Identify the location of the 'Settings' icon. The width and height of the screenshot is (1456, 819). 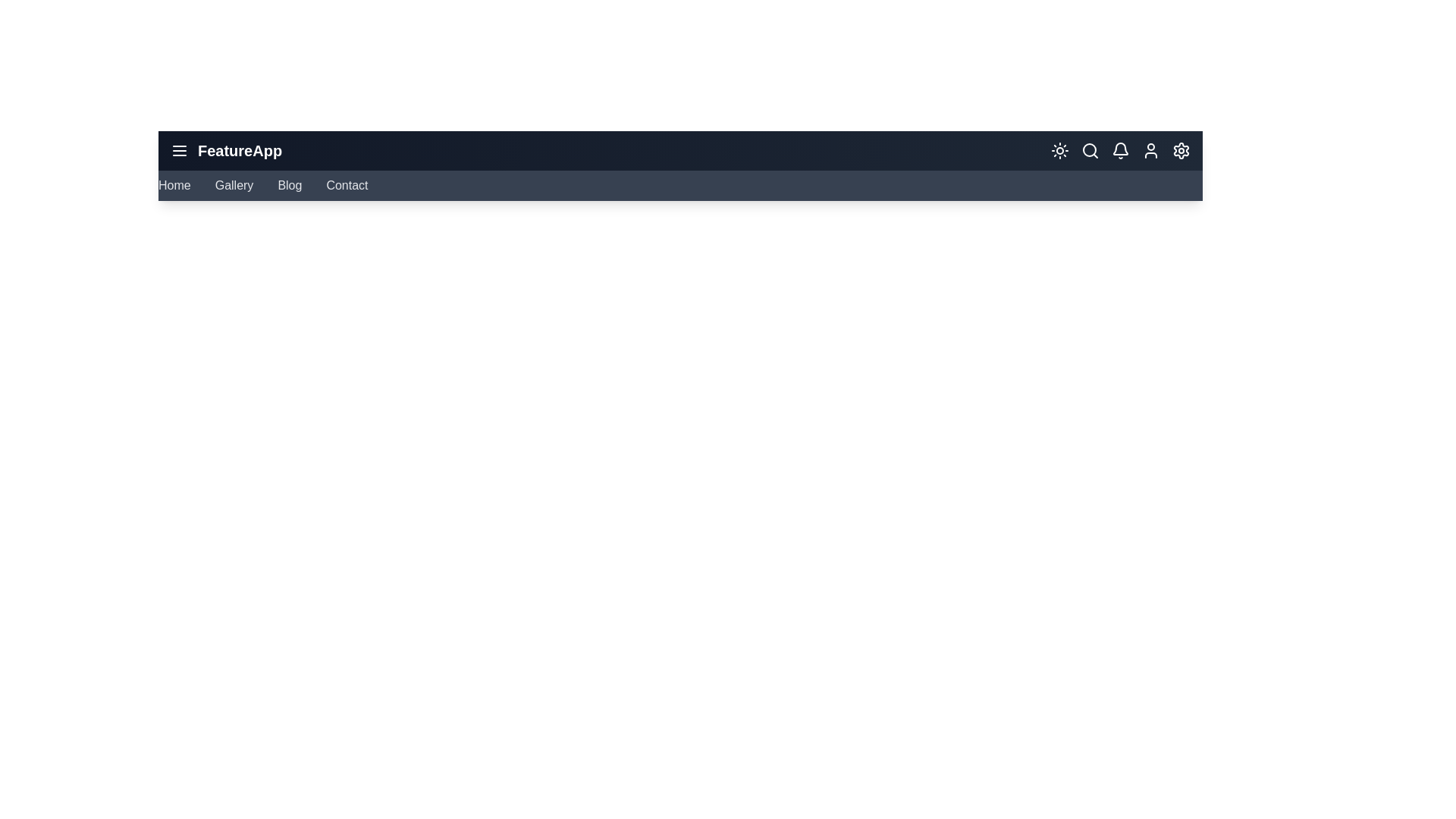
(1181, 151).